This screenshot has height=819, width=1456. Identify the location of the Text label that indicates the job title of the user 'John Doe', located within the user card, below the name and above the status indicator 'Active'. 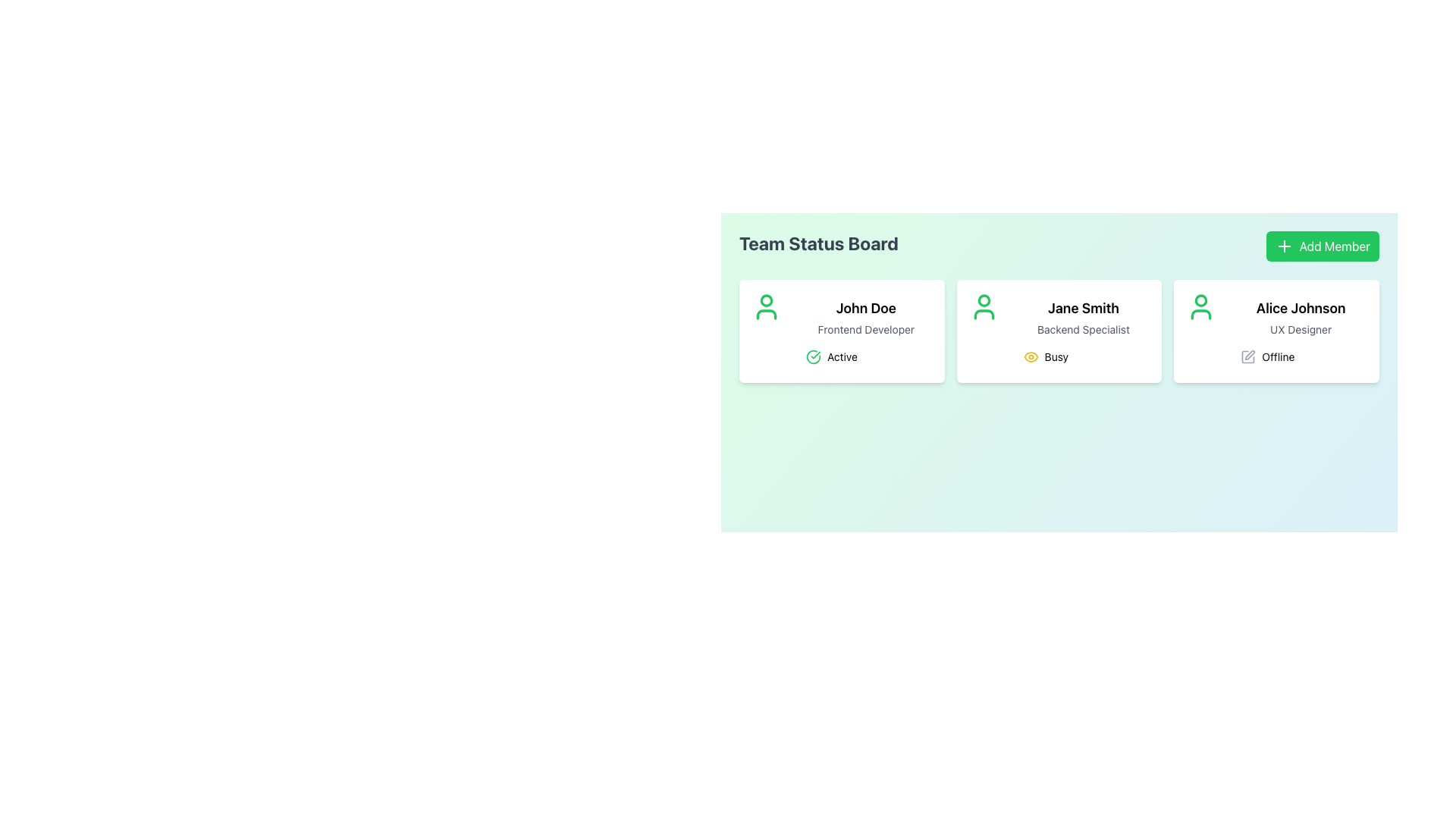
(866, 329).